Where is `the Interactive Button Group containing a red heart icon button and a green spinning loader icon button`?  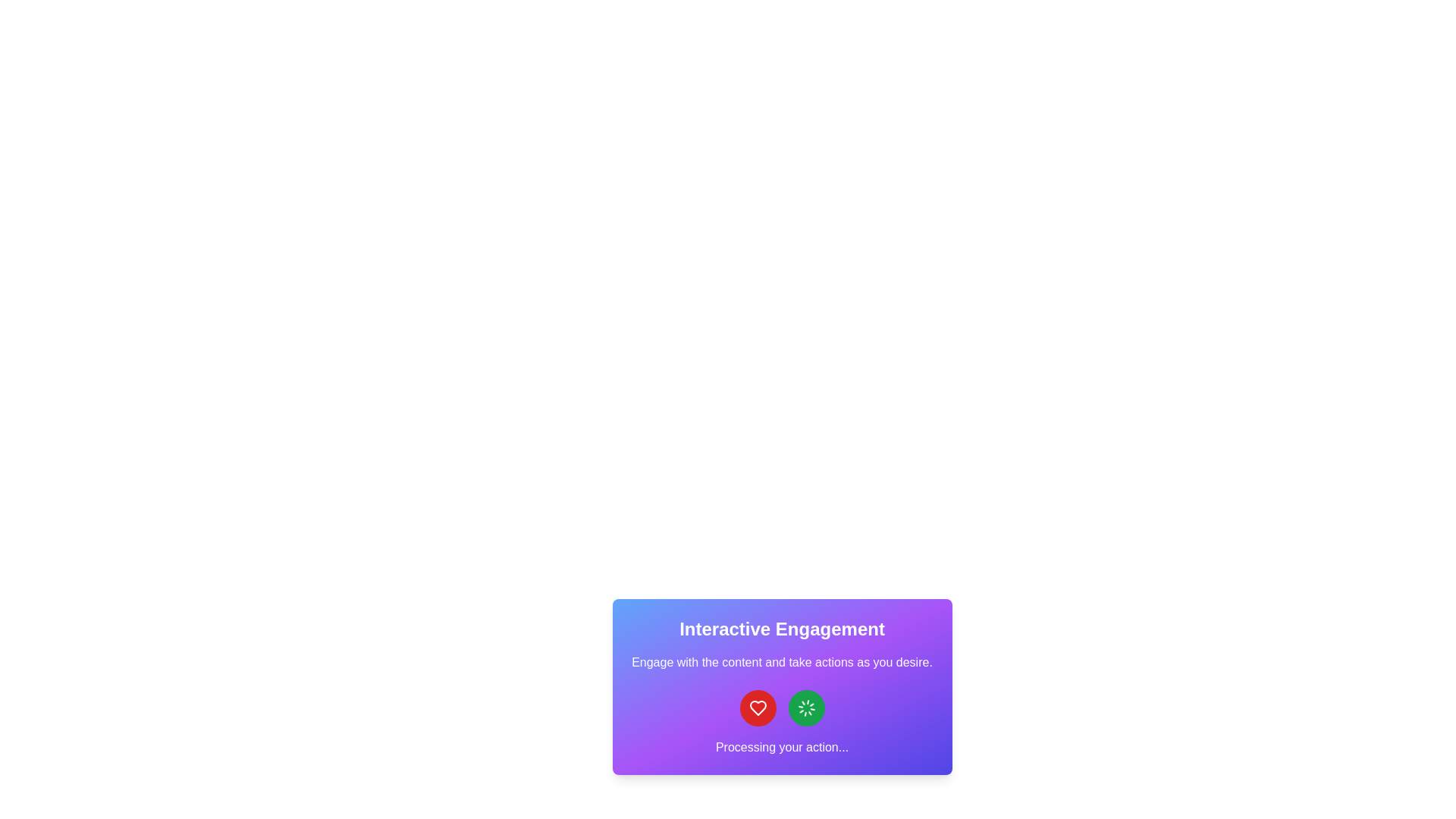
the Interactive Button Group containing a red heart icon button and a green spinning loader icon button is located at coordinates (782, 708).